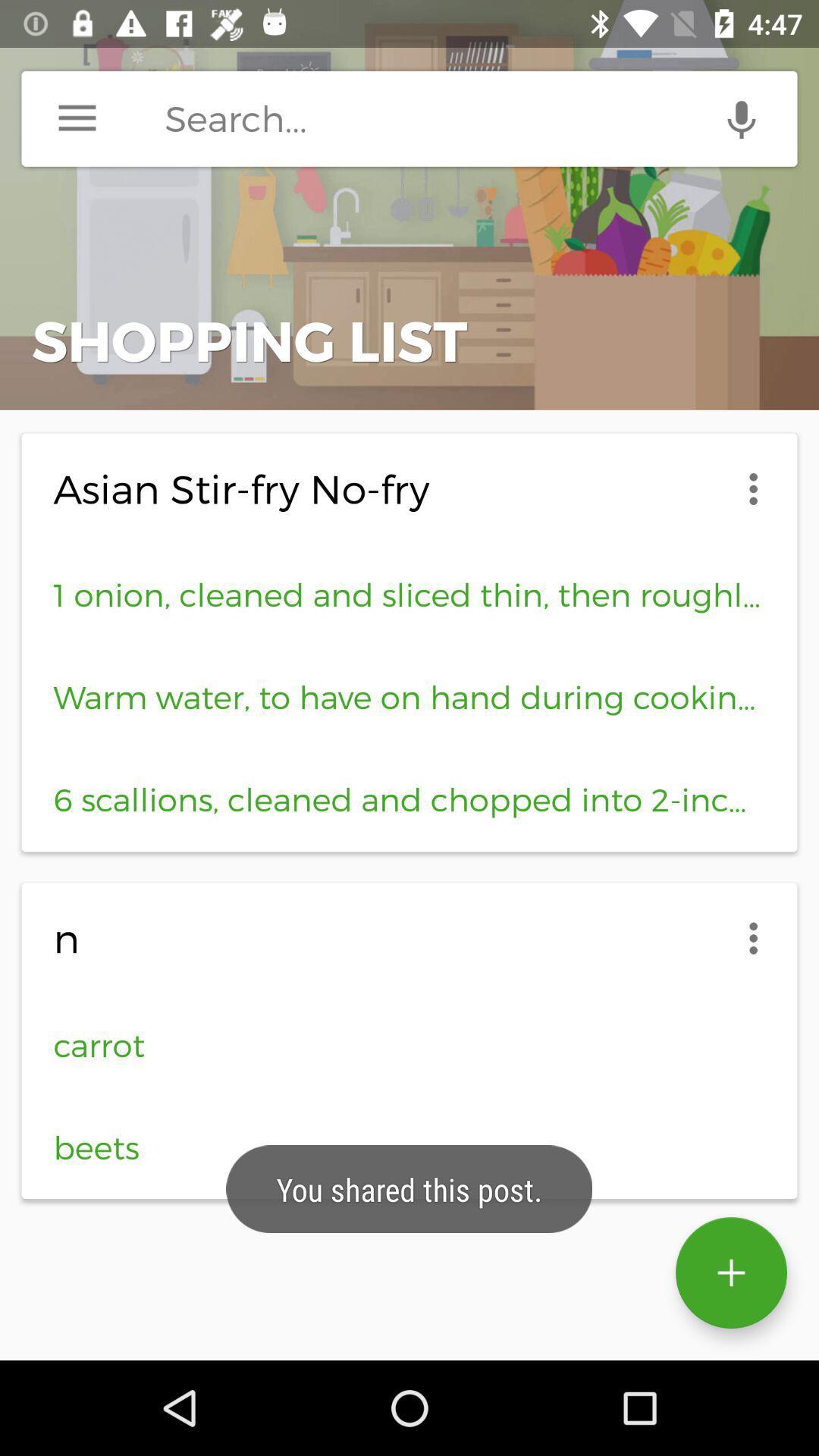  I want to click on the add icon, so click(730, 1272).